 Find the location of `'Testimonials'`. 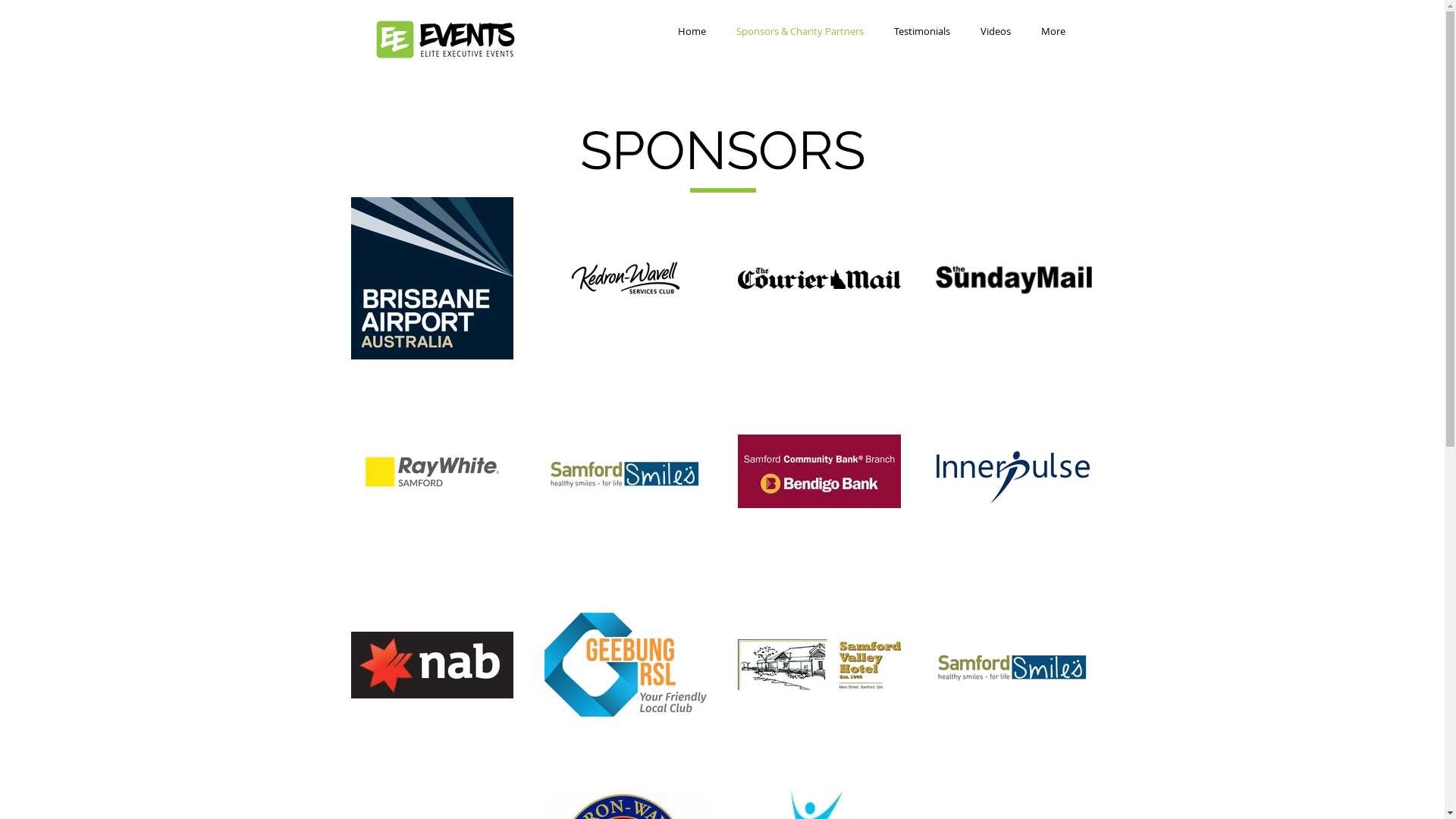

'Testimonials' is located at coordinates (920, 31).